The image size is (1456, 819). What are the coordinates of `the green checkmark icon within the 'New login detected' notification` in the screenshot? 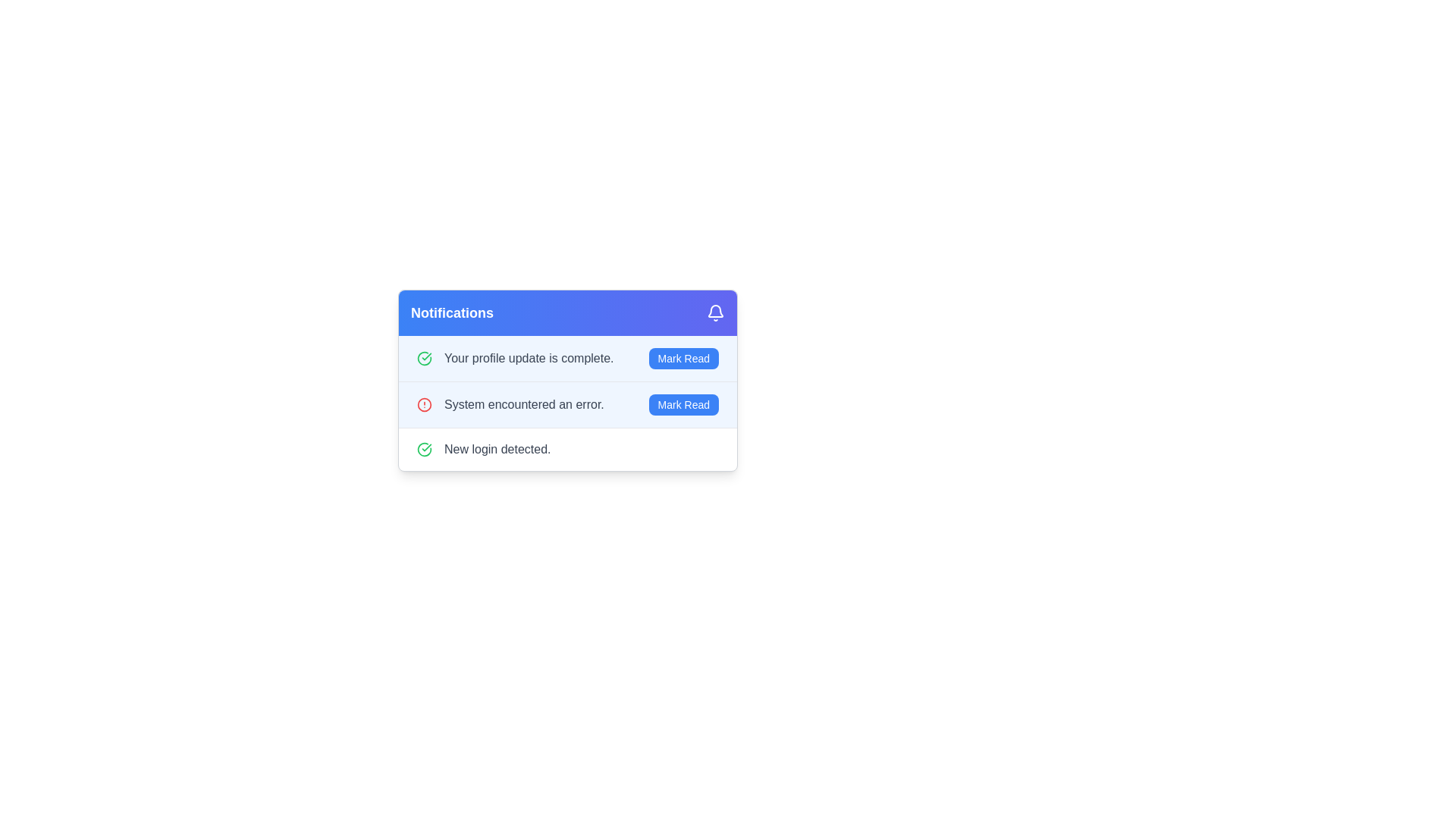 It's located at (425, 449).